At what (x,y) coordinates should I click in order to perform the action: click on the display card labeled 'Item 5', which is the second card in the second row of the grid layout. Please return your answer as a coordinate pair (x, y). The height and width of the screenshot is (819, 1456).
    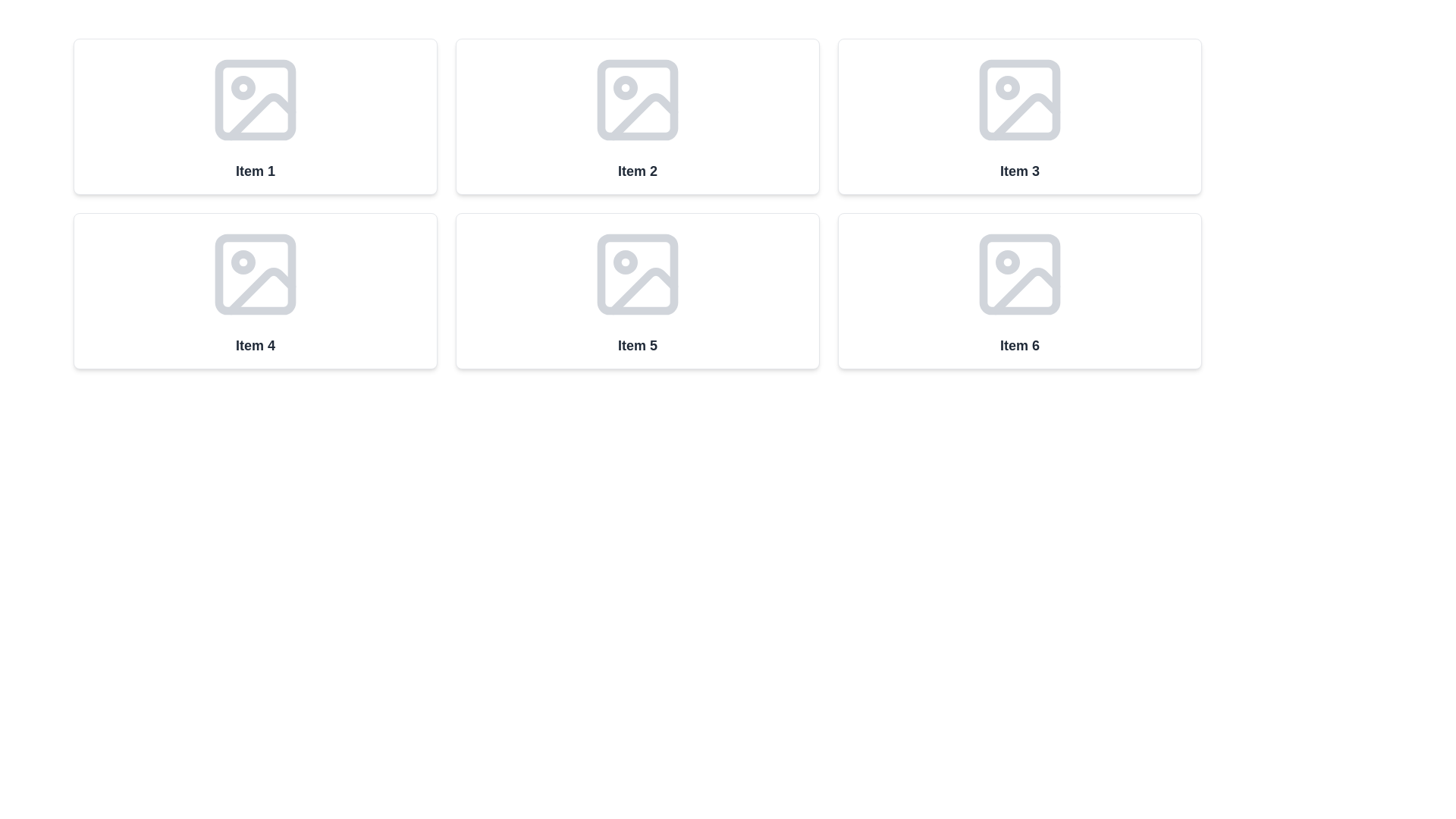
    Looking at the image, I should click on (637, 291).